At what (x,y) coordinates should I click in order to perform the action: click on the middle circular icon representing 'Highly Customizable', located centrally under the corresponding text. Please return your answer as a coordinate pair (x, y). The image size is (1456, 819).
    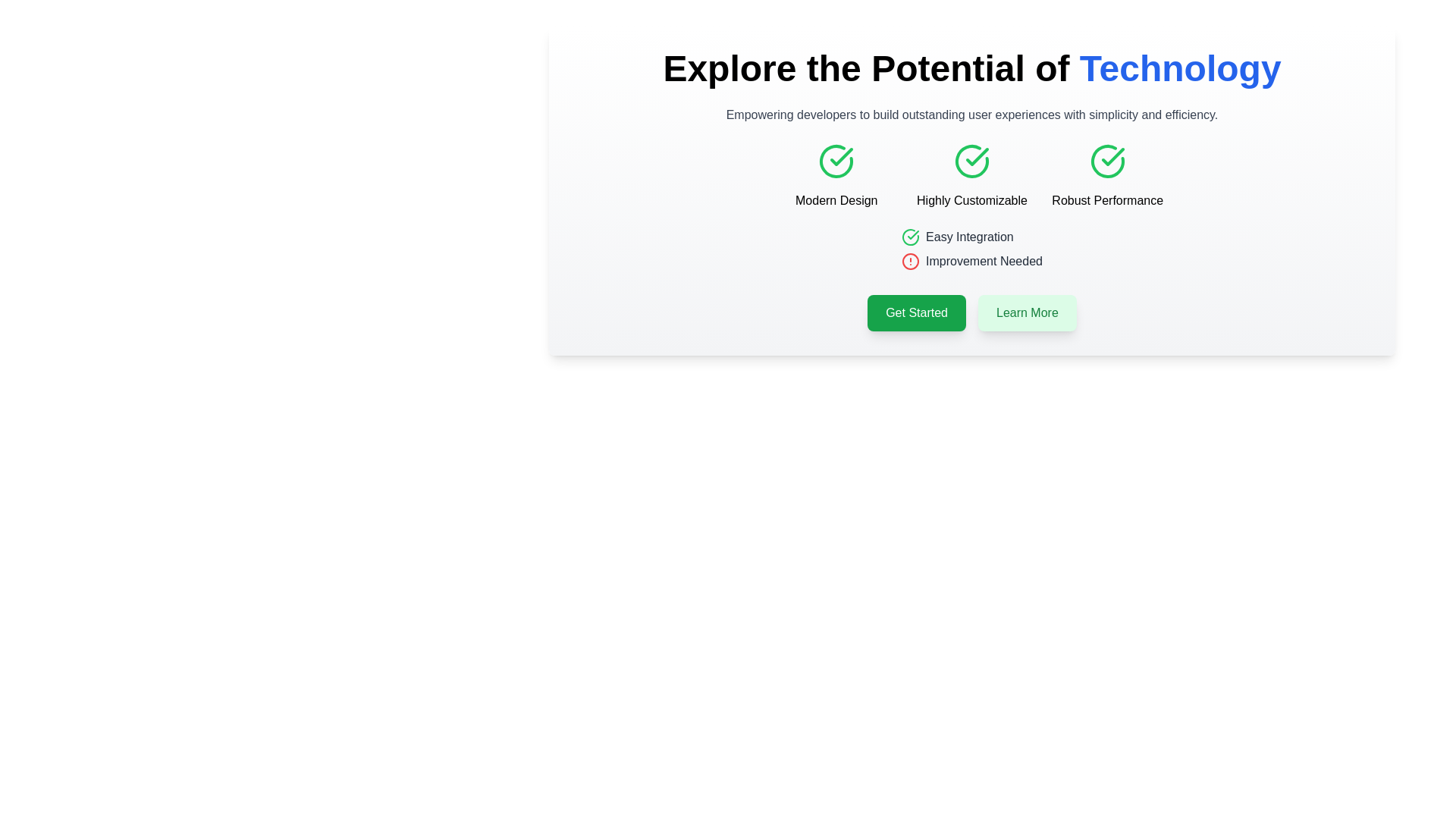
    Looking at the image, I should click on (971, 161).